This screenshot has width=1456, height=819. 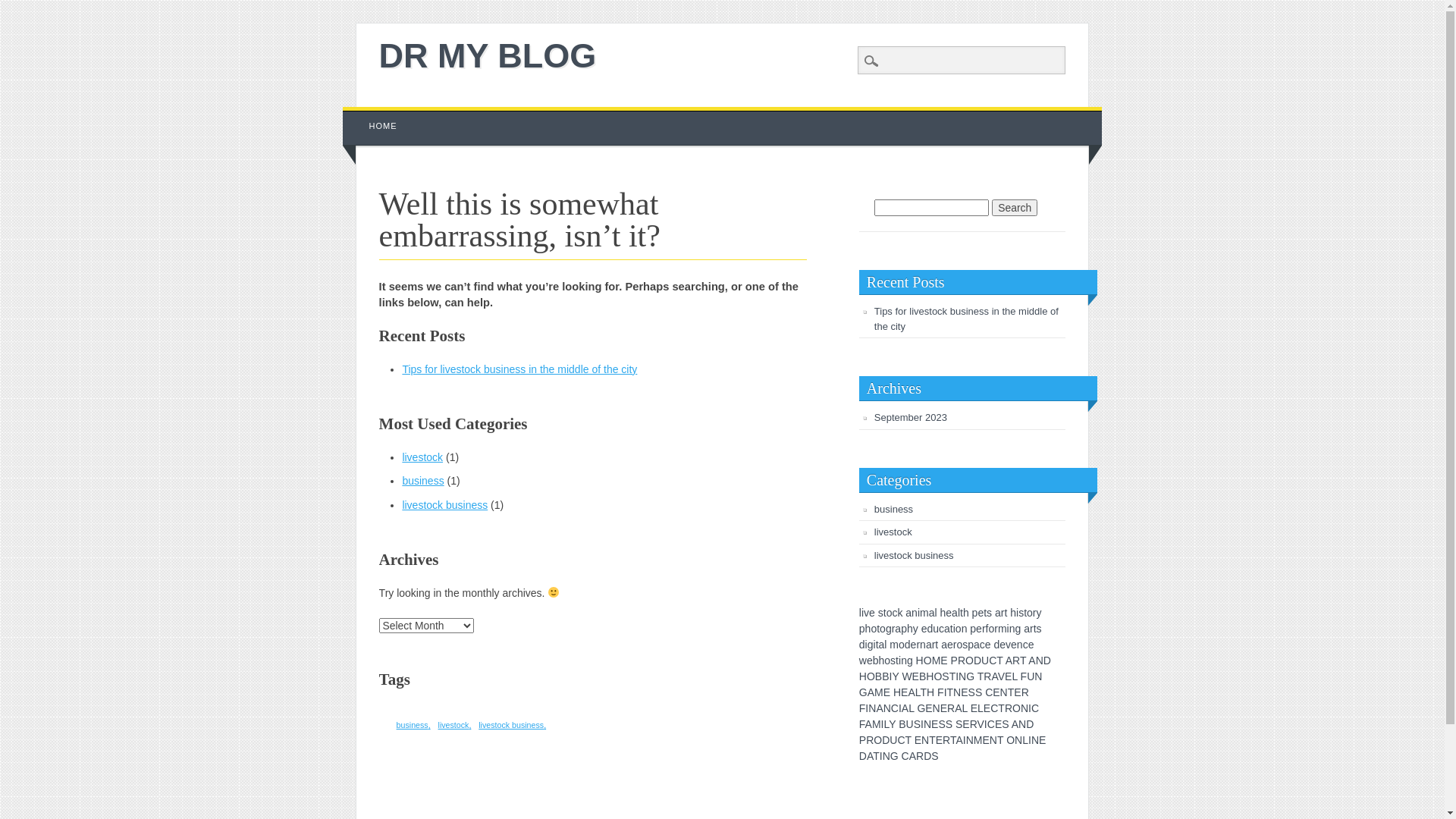 What do you see at coordinates (1039, 660) in the screenshot?
I see `'N'` at bounding box center [1039, 660].